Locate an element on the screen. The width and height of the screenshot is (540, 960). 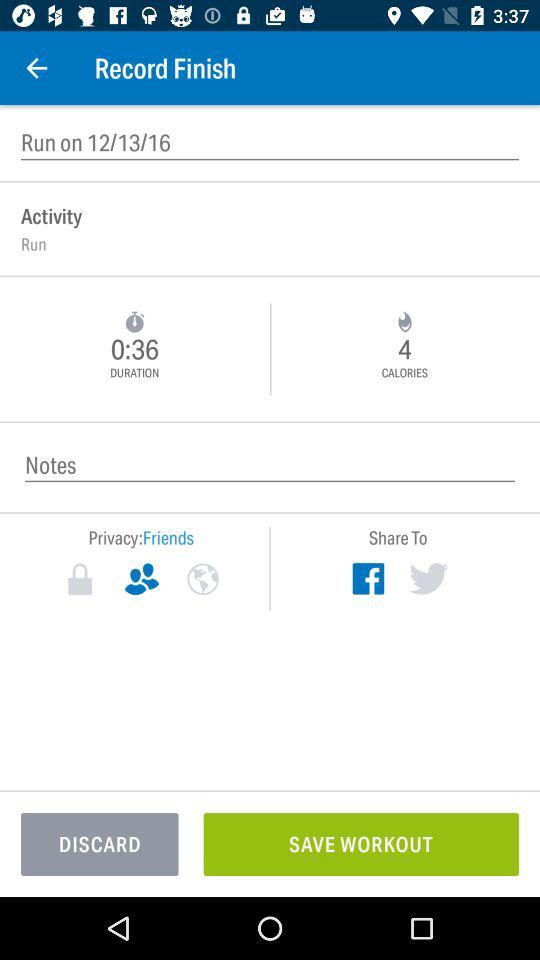
item at the bottom right corner is located at coordinates (360, 843).